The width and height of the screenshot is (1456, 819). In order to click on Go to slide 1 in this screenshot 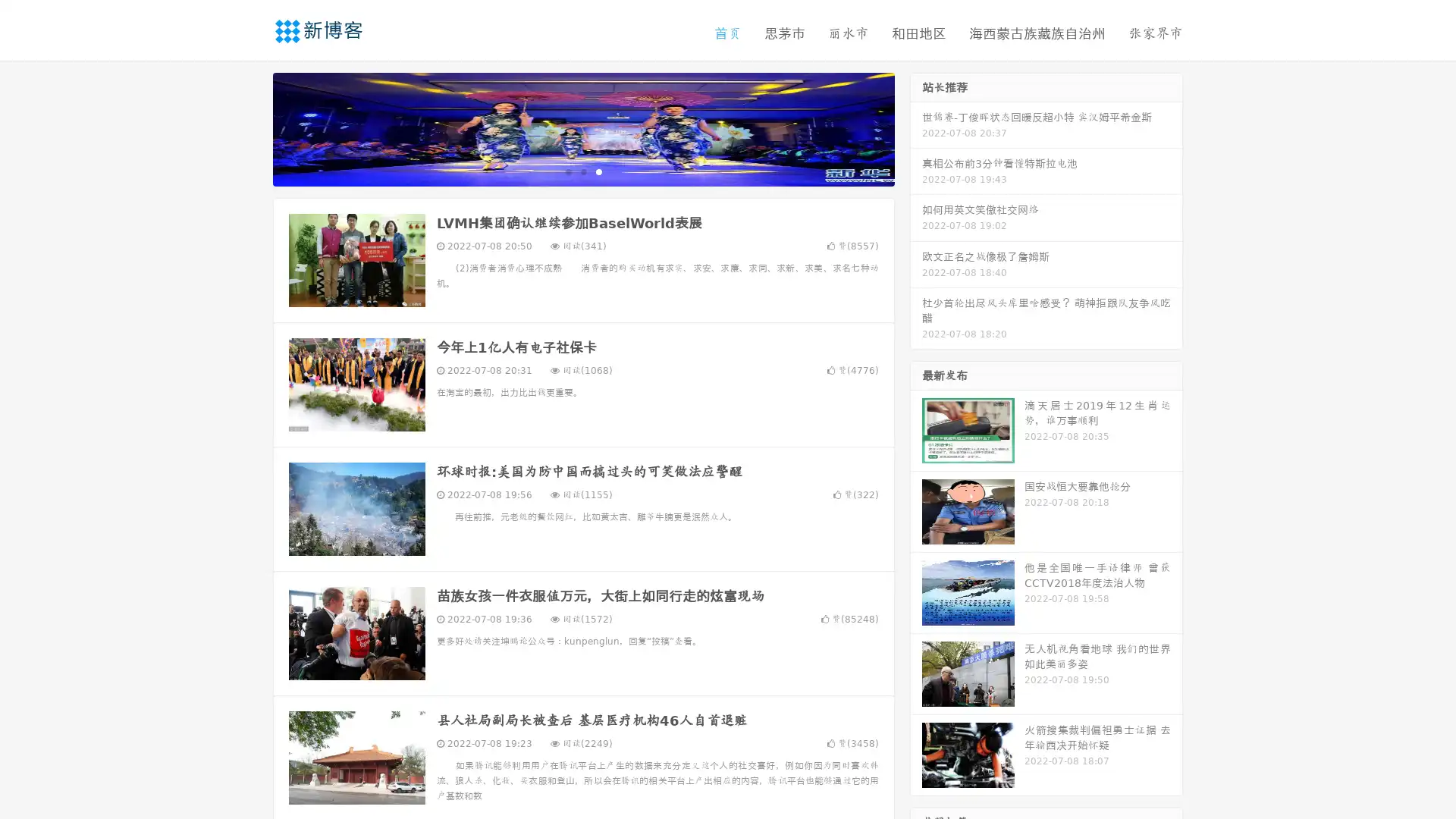, I will do `click(567, 171)`.